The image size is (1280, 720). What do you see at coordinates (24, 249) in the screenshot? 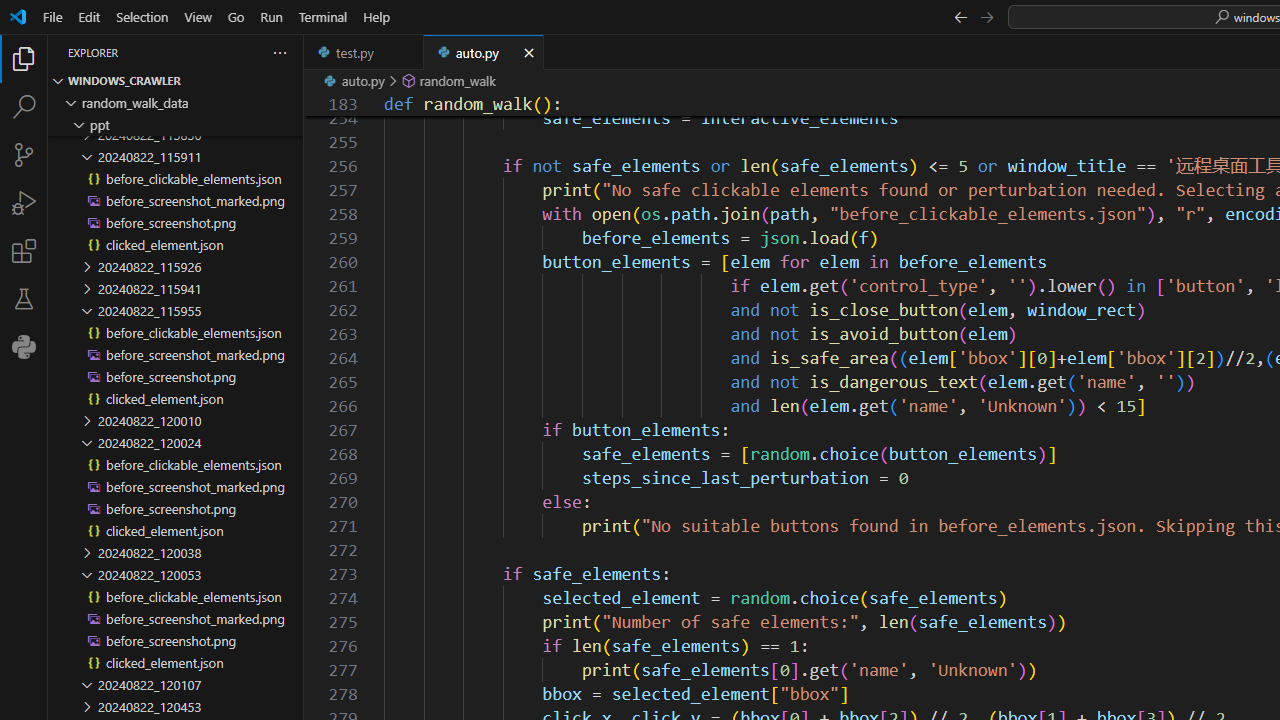
I see `'Extensions (Ctrl+Shift+X)'` at bounding box center [24, 249].